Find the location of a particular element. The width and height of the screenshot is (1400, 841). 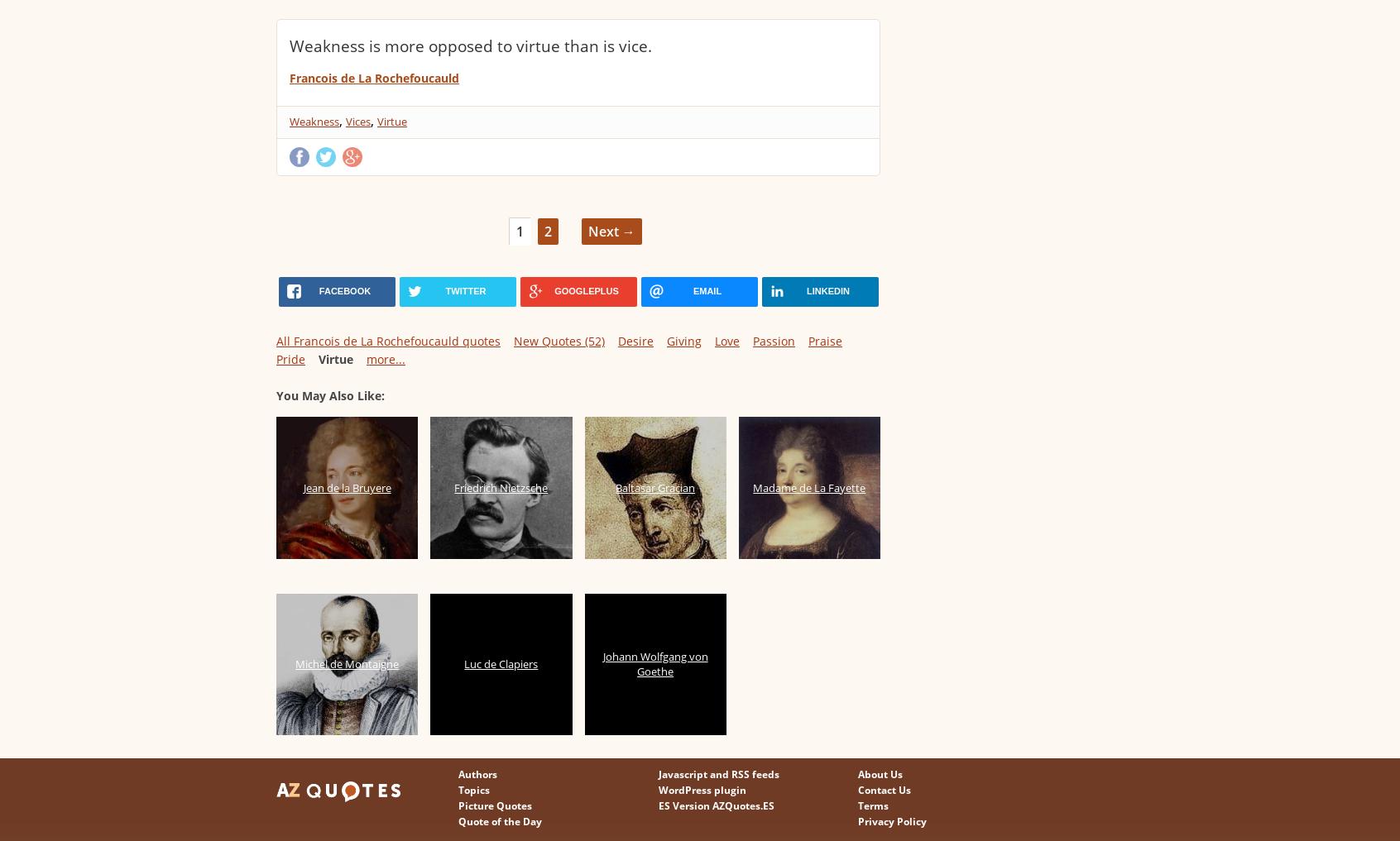

'more...' is located at coordinates (365, 359).